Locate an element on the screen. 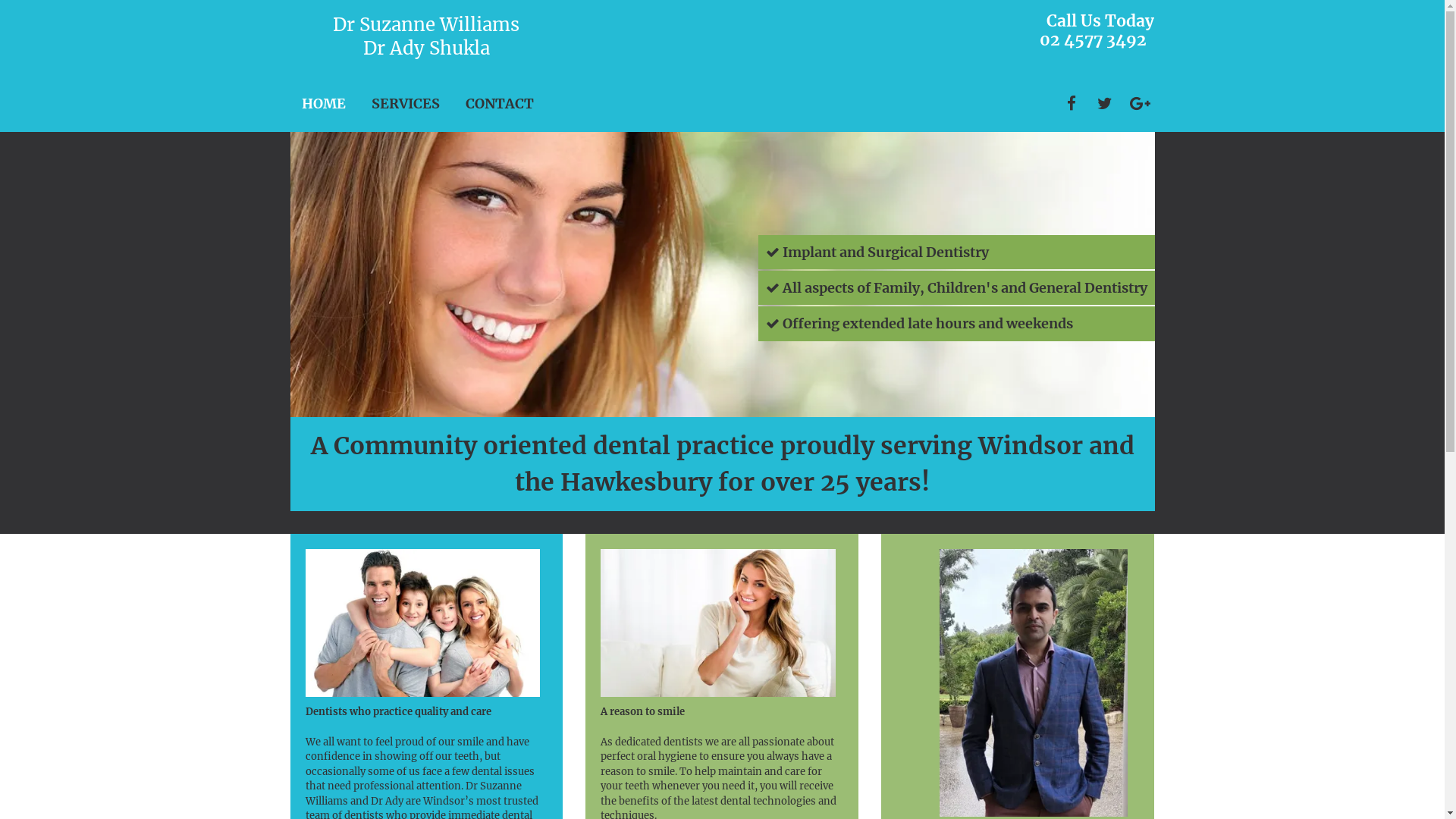 The height and width of the screenshot is (819, 1456). 'CONTACT' is located at coordinates (465, 103).